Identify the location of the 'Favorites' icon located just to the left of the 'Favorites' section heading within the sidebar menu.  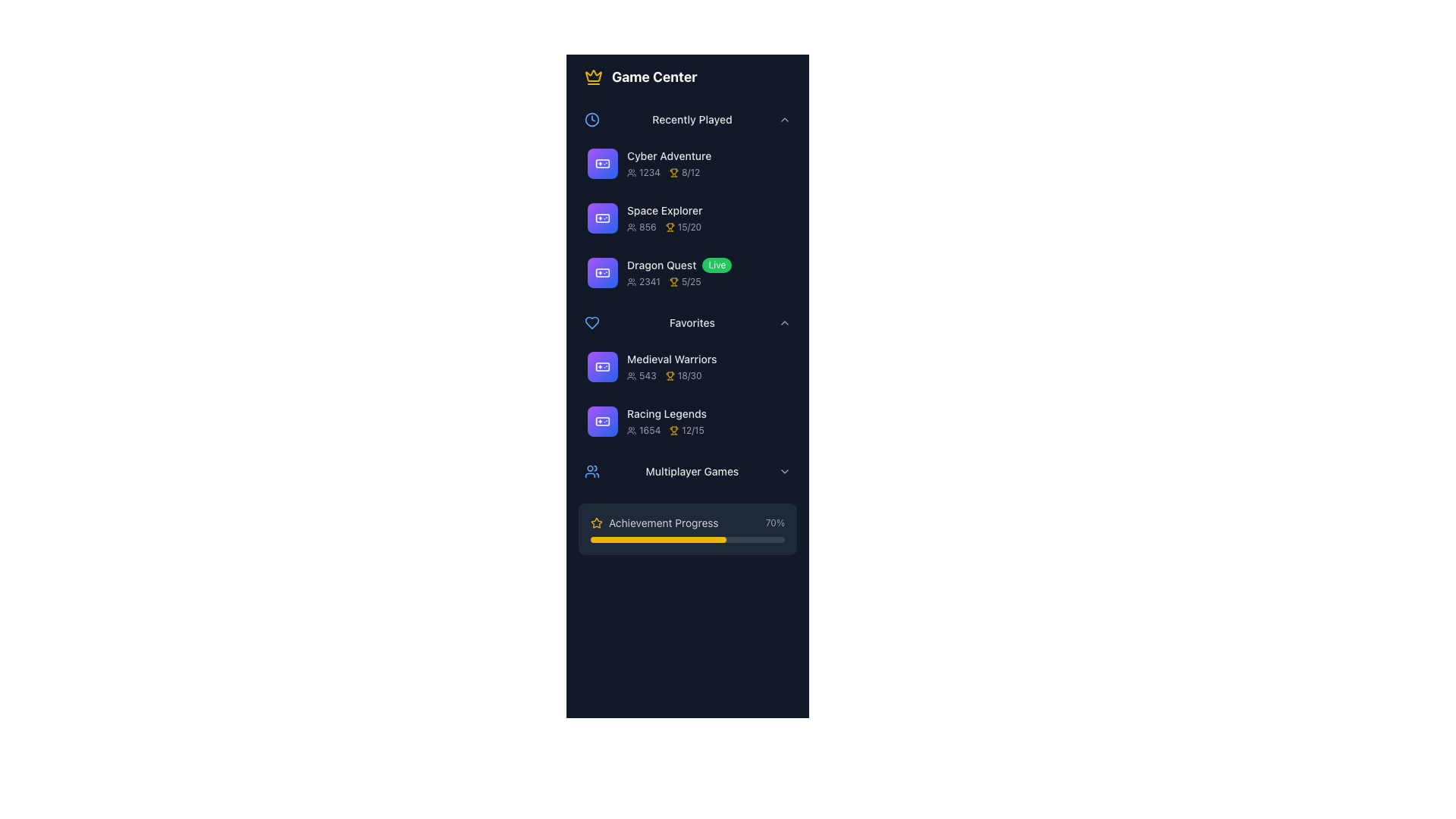
(591, 322).